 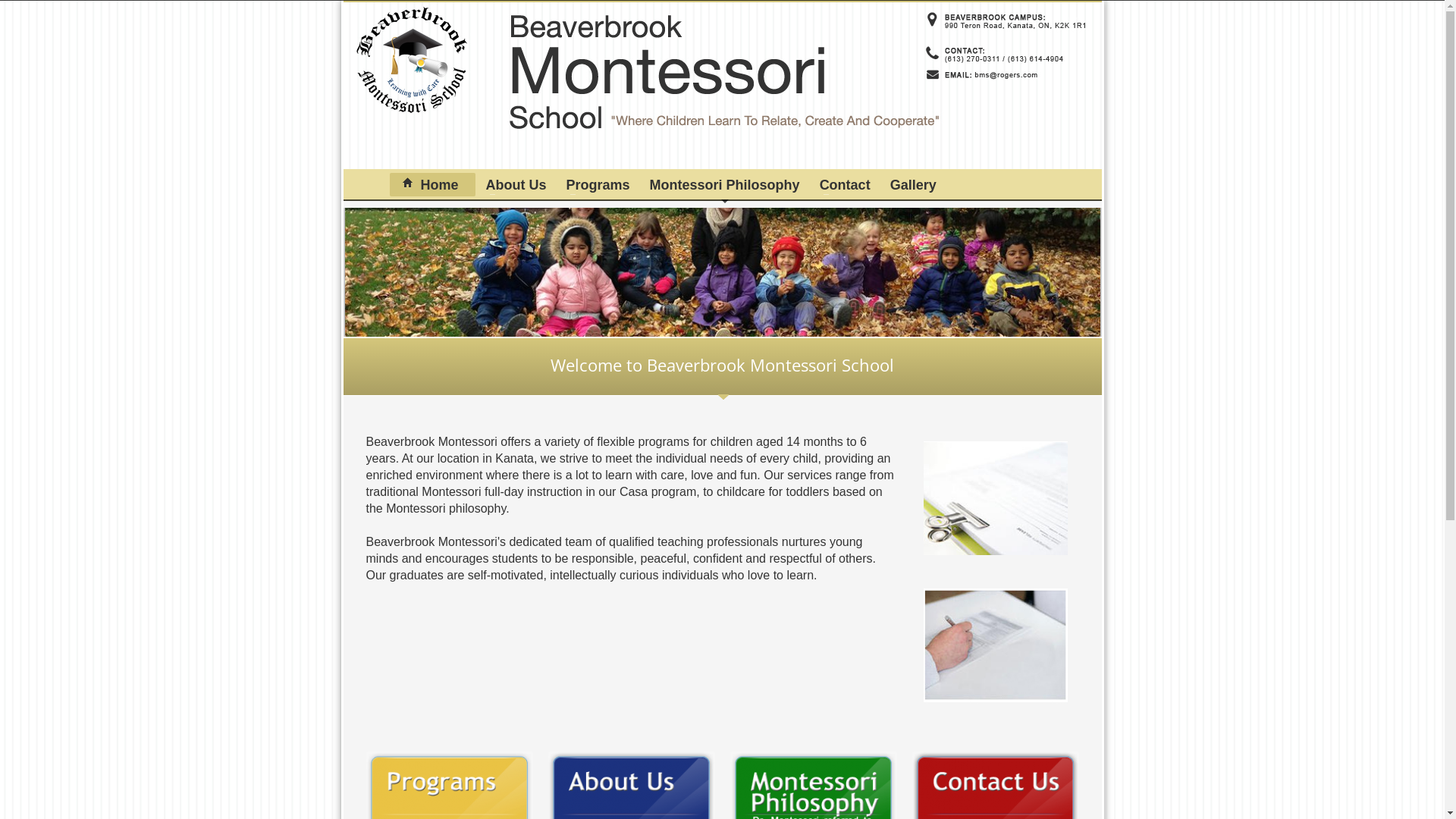 I want to click on 'Gallery', so click(x=912, y=184).